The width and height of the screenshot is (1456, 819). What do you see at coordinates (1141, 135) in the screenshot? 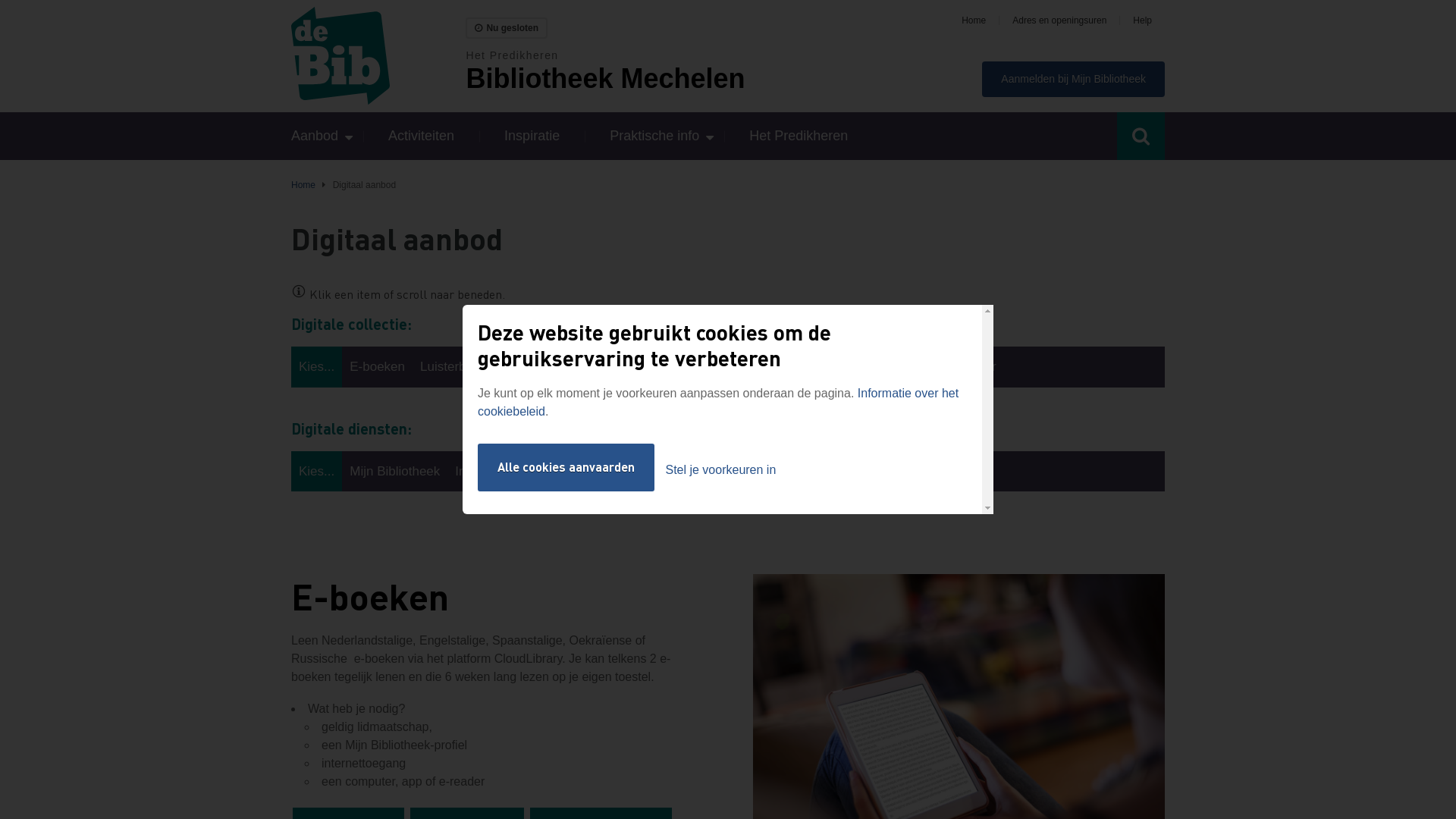
I see `'Toggle search'` at bounding box center [1141, 135].